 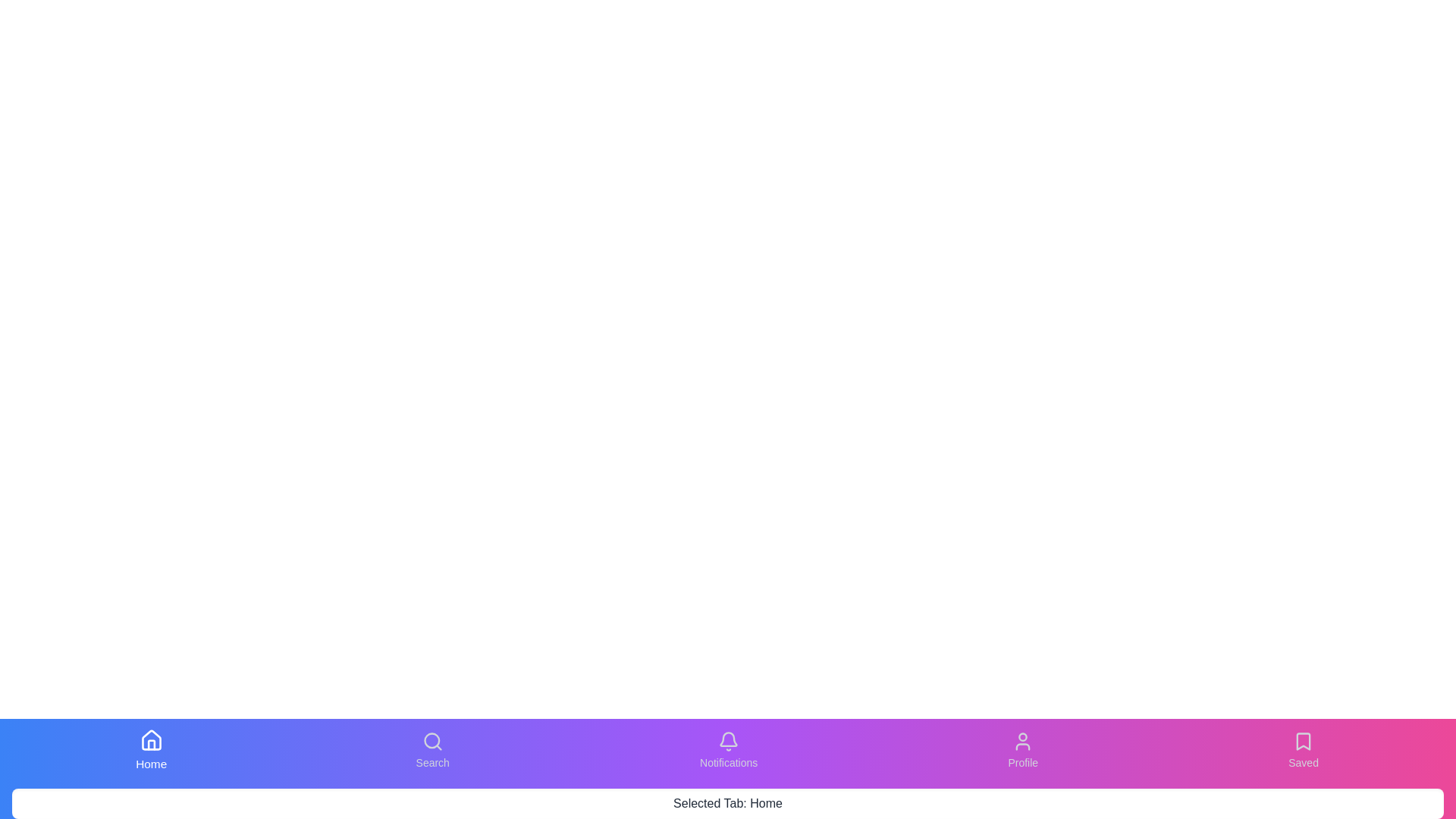 What do you see at coordinates (1303, 751) in the screenshot?
I see `the tab button labeled Saved to switch to its respective content` at bounding box center [1303, 751].